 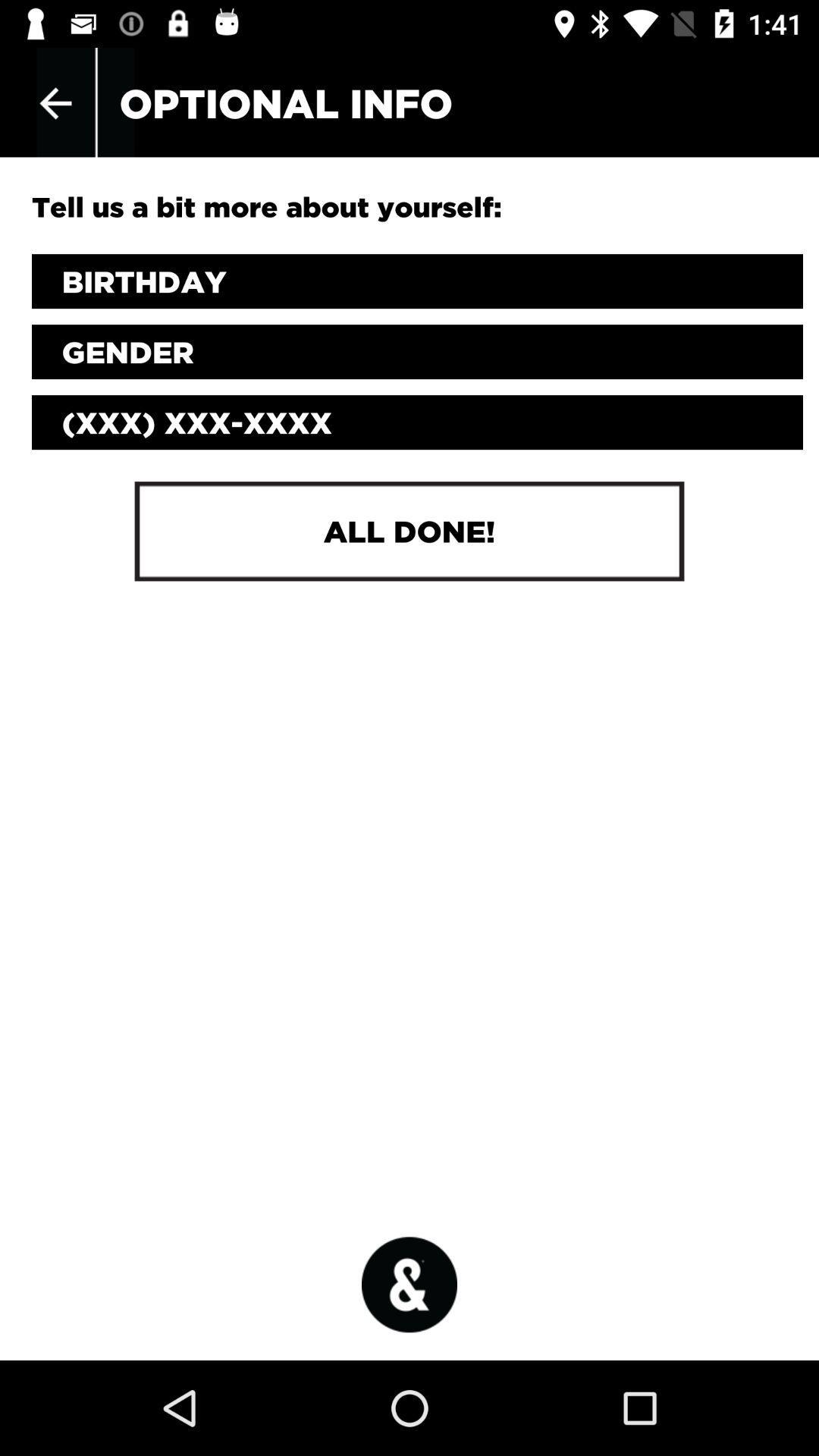 I want to click on item next to optional info icon, so click(x=55, y=102).